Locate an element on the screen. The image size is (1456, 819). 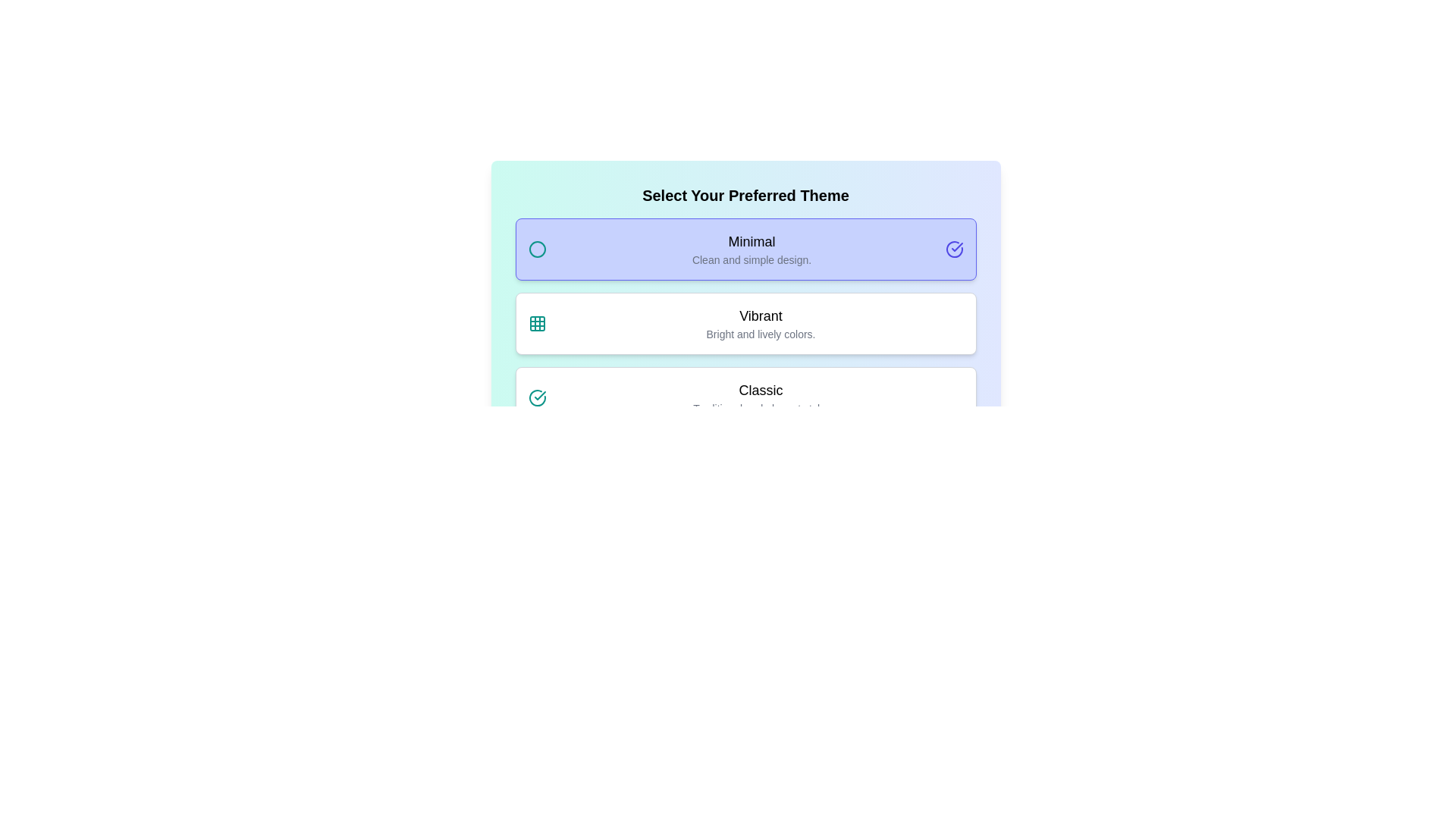
the checkmark icon within the circular graphic on the left side of the 'Minimal' option card for visual confirmation is located at coordinates (539, 394).